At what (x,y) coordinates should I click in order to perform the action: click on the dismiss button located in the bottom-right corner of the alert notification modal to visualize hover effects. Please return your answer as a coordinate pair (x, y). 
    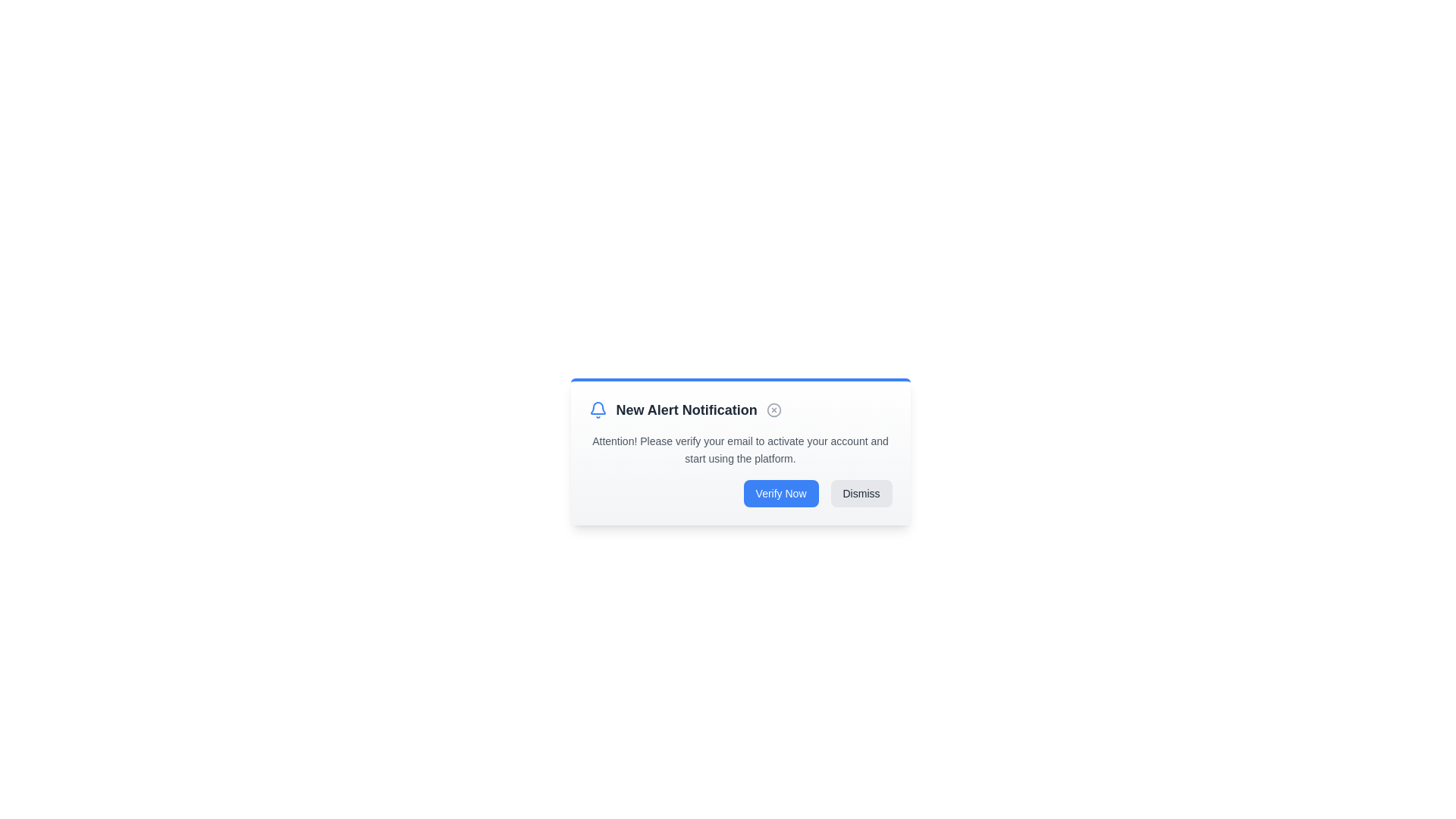
    Looking at the image, I should click on (861, 493).